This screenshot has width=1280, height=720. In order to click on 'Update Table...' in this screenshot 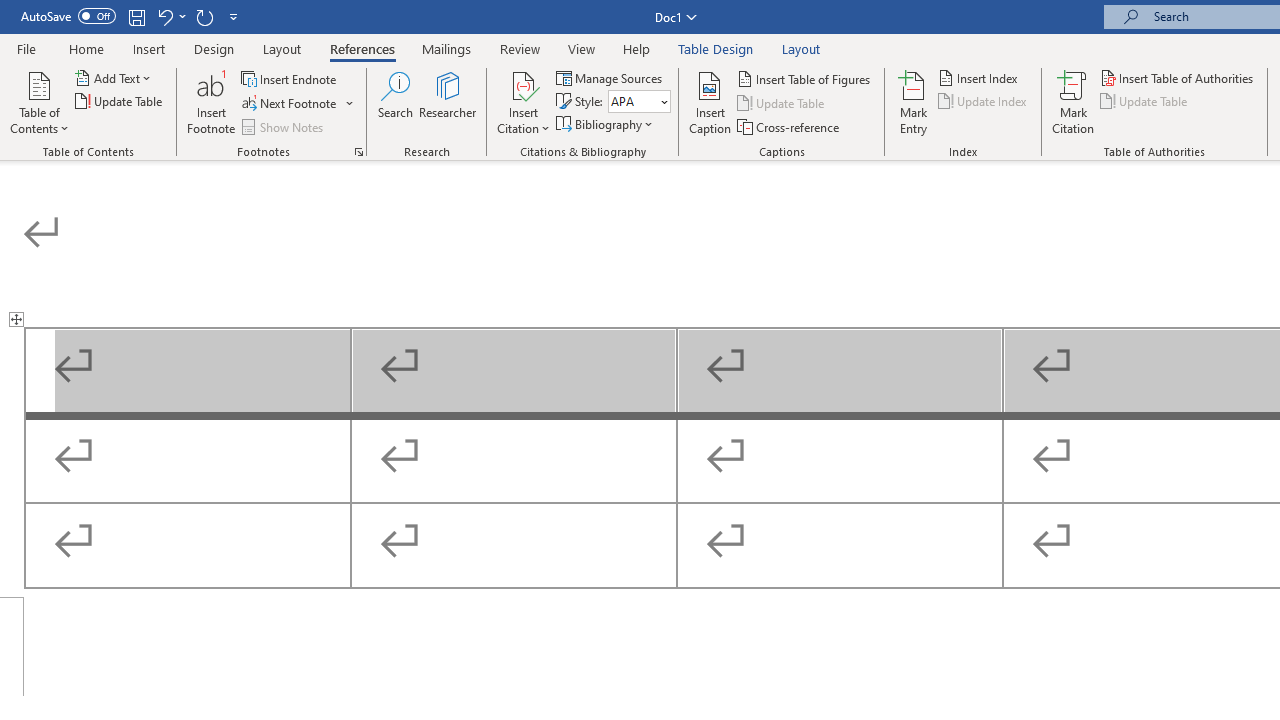, I will do `click(119, 101)`.